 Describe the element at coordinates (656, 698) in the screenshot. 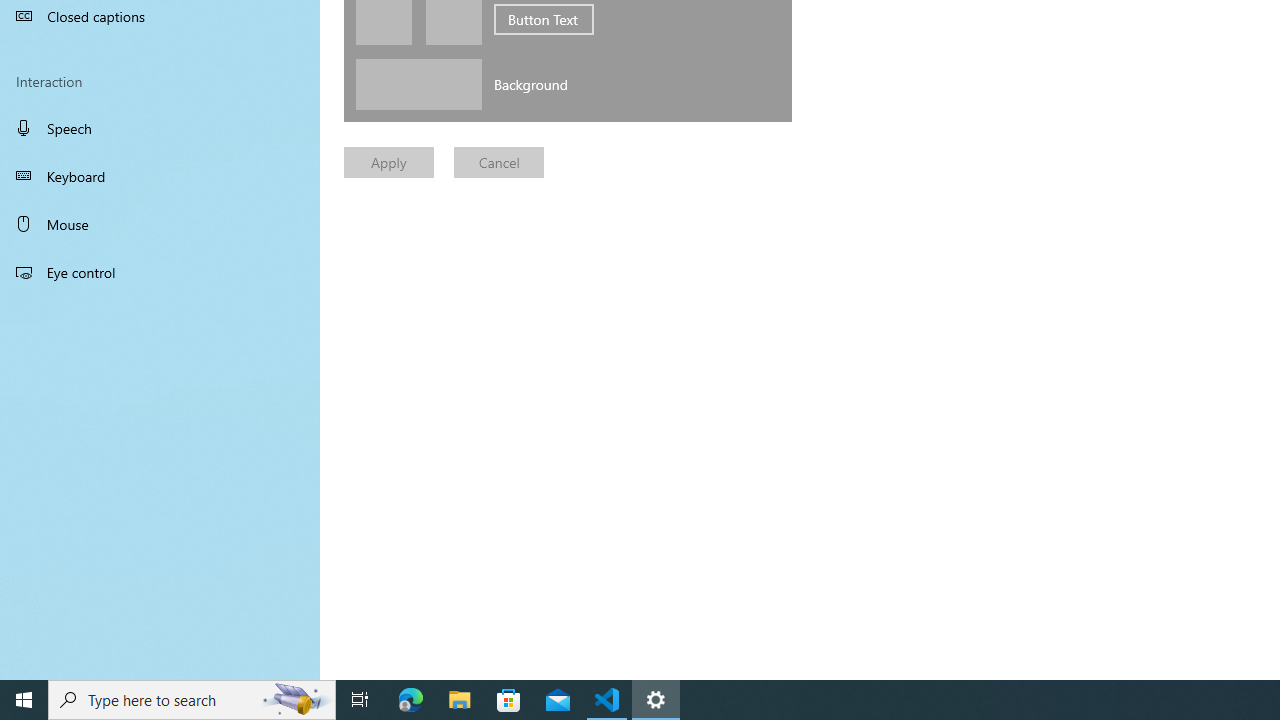

I see `'Settings - 1 running window'` at that location.